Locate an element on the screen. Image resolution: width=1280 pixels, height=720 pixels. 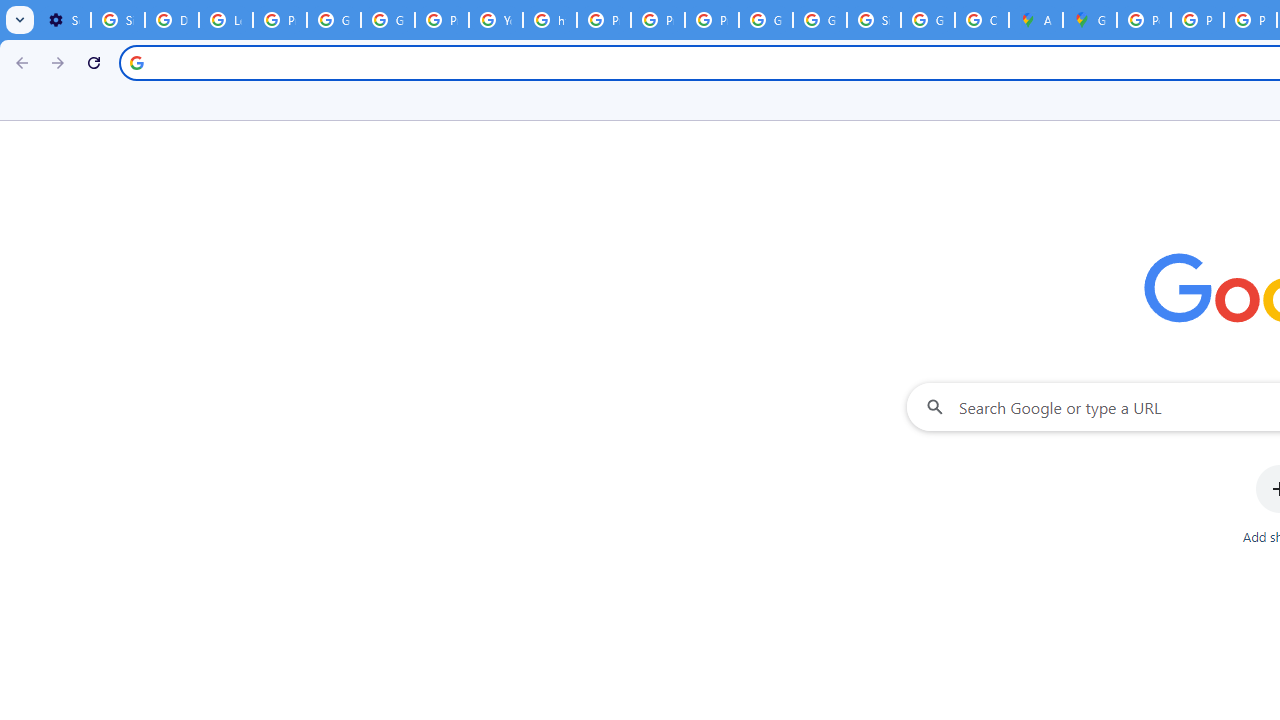
'Google Maps' is located at coordinates (1088, 20).